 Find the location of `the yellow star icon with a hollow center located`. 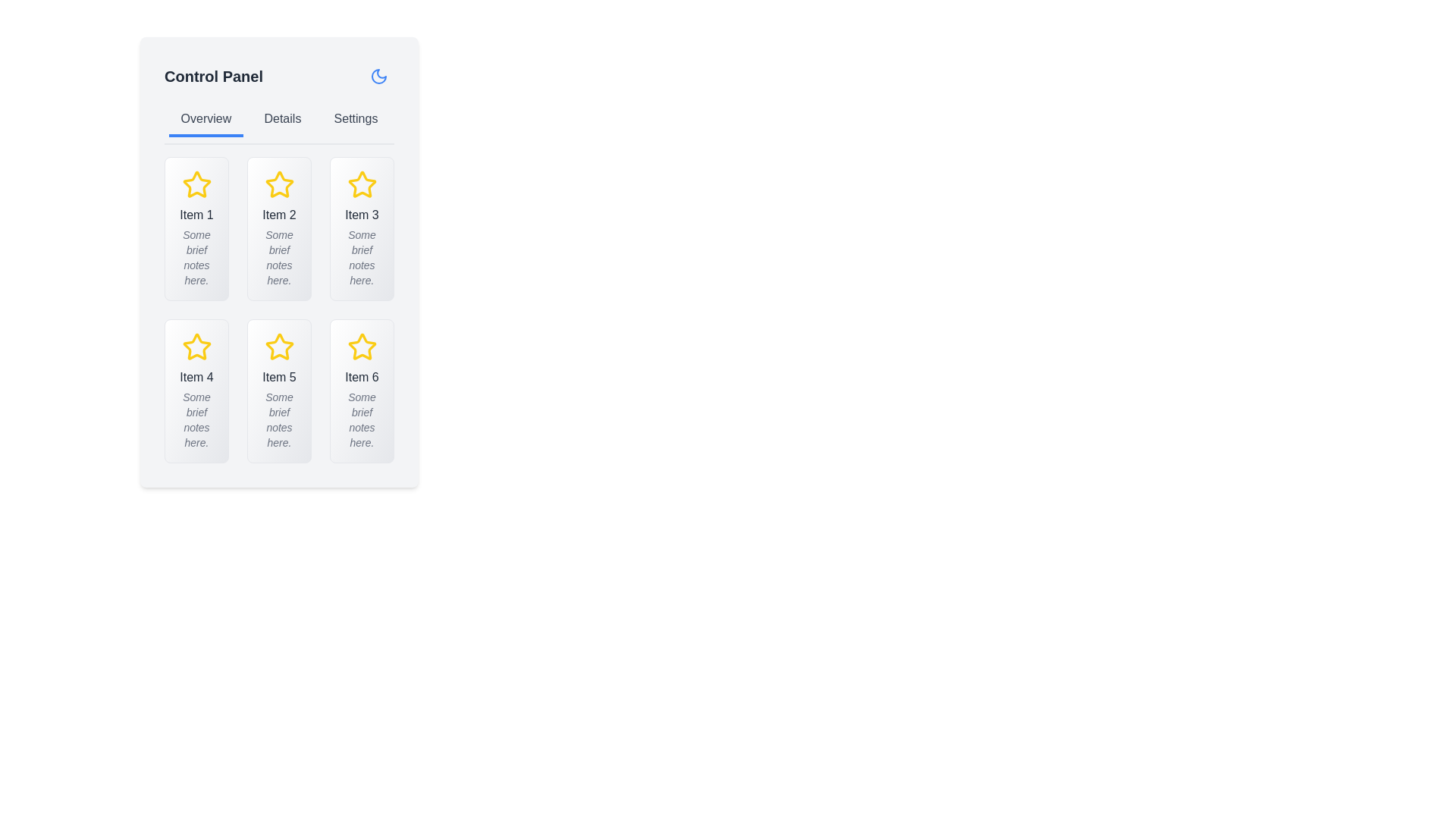

the yellow star icon with a hollow center located is located at coordinates (279, 346).